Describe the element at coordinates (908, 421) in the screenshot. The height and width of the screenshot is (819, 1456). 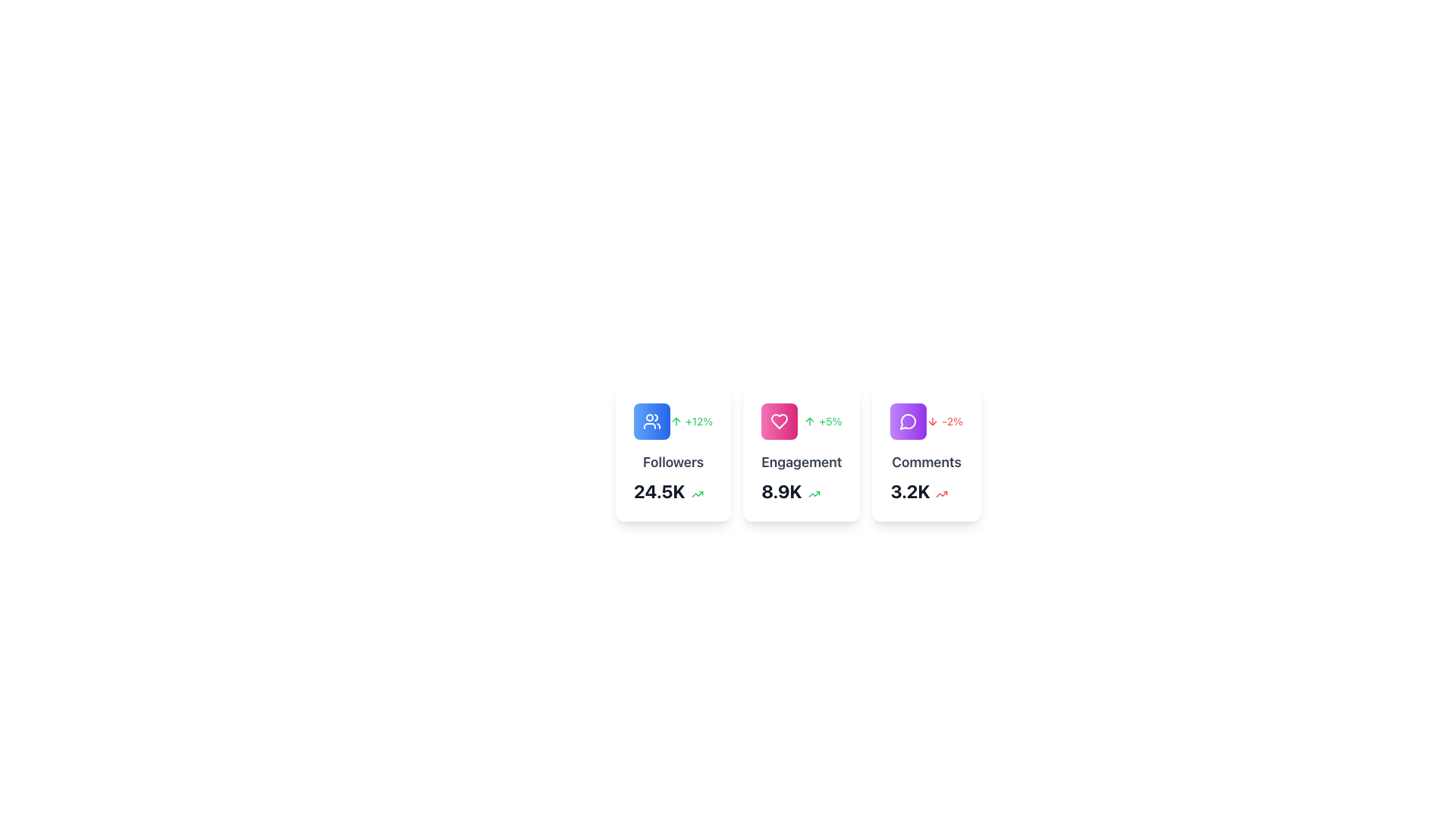
I see `the 'Comments' icon button, which represents the comments statistic with a speech bubble symbol` at that location.